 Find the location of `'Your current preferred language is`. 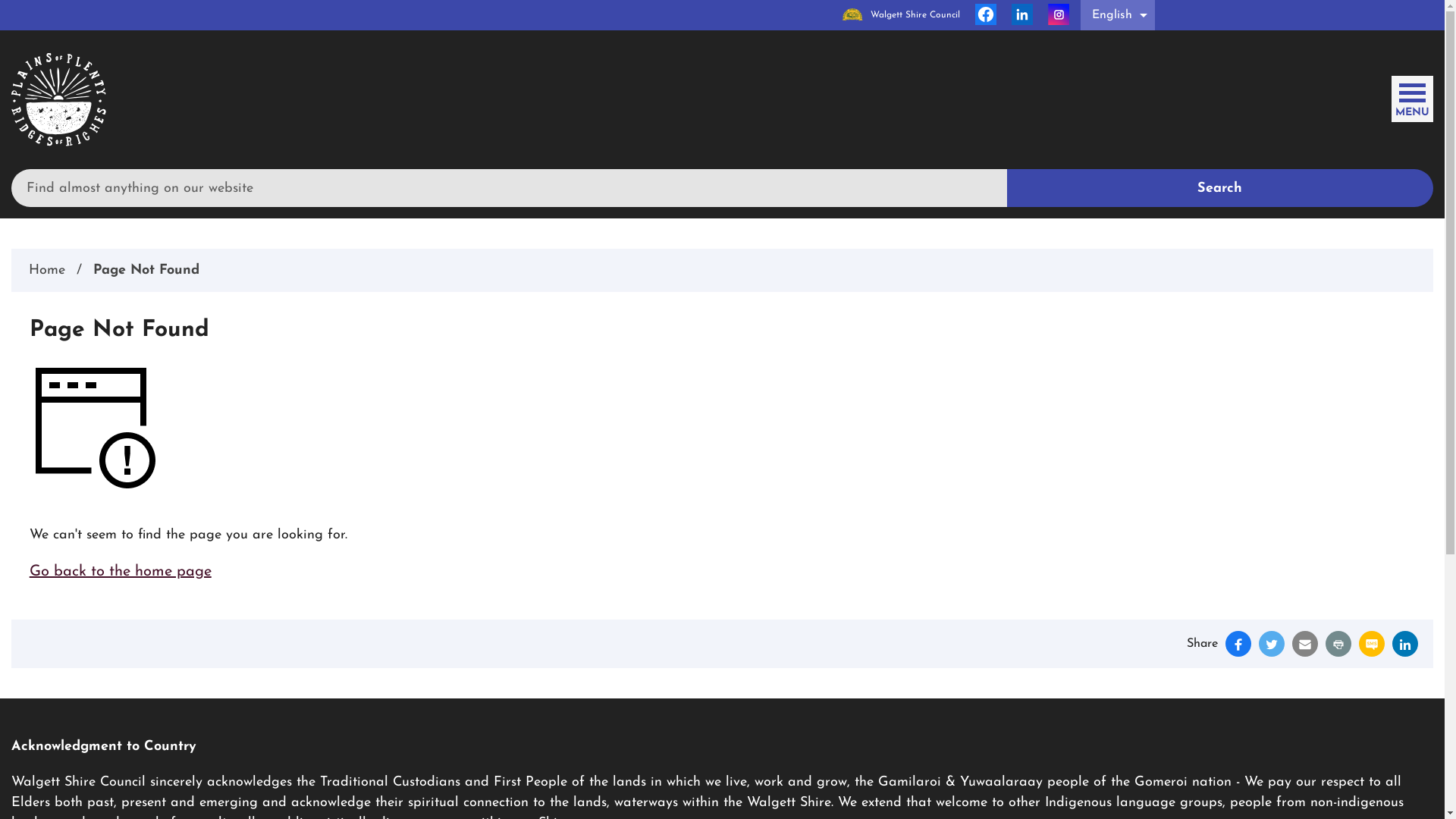

'Your current preferred language is is located at coordinates (1117, 14).